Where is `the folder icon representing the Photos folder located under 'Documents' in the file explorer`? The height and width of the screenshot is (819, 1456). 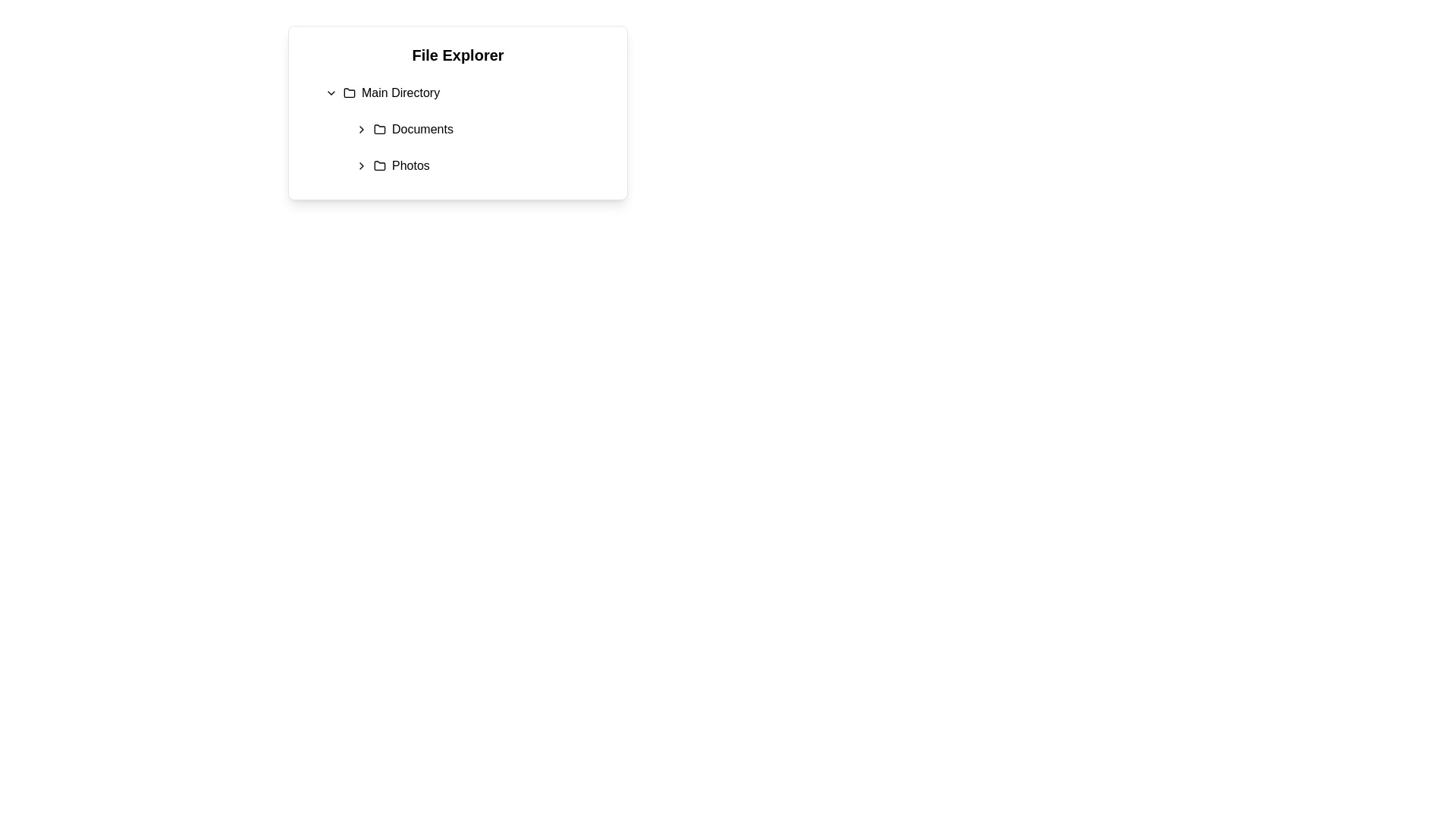
the folder icon representing the Photos folder located under 'Documents' in the file explorer is located at coordinates (379, 165).